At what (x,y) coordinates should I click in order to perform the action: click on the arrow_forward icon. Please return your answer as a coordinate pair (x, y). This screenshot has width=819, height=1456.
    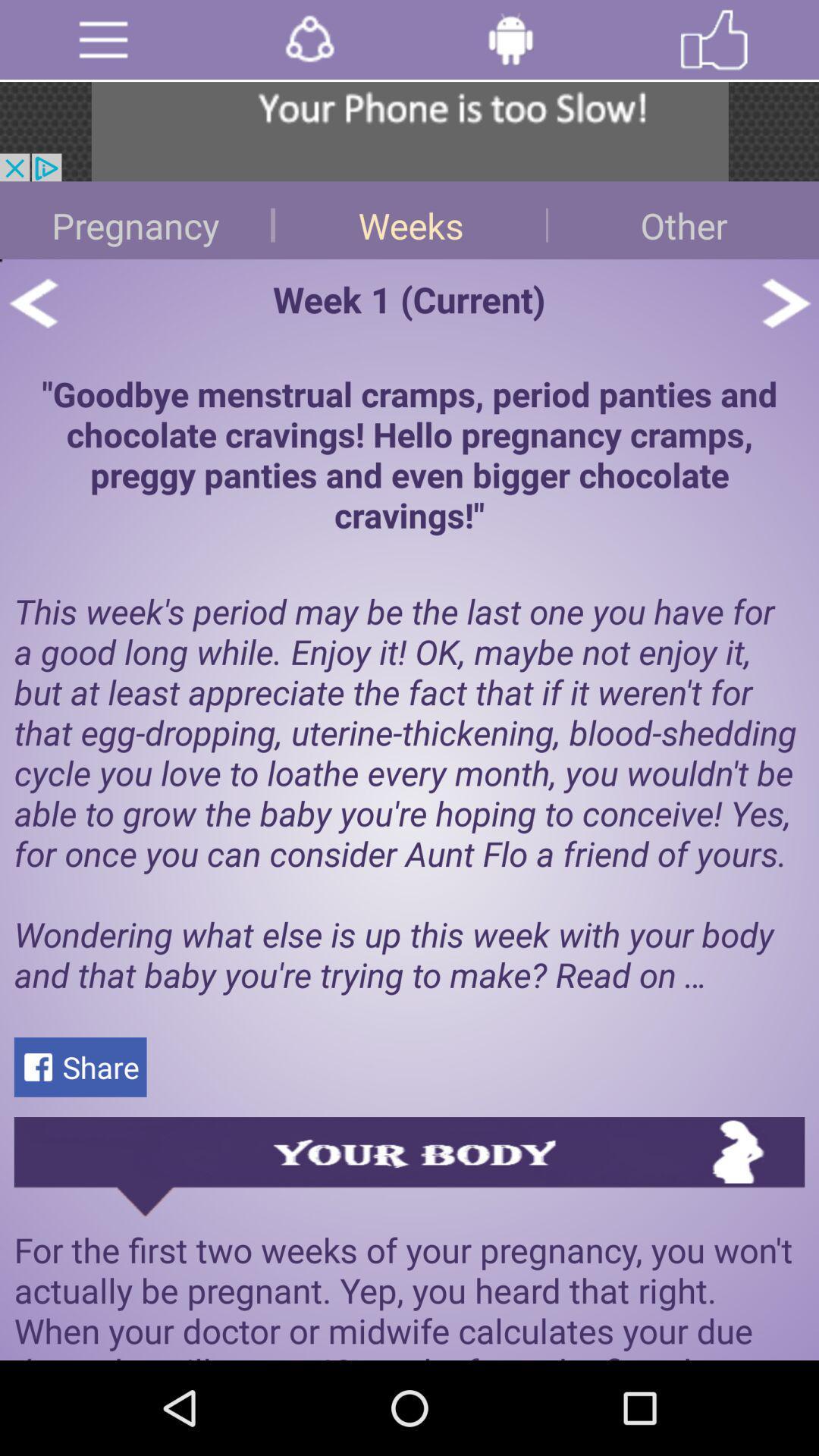
    Looking at the image, I should click on (785, 323).